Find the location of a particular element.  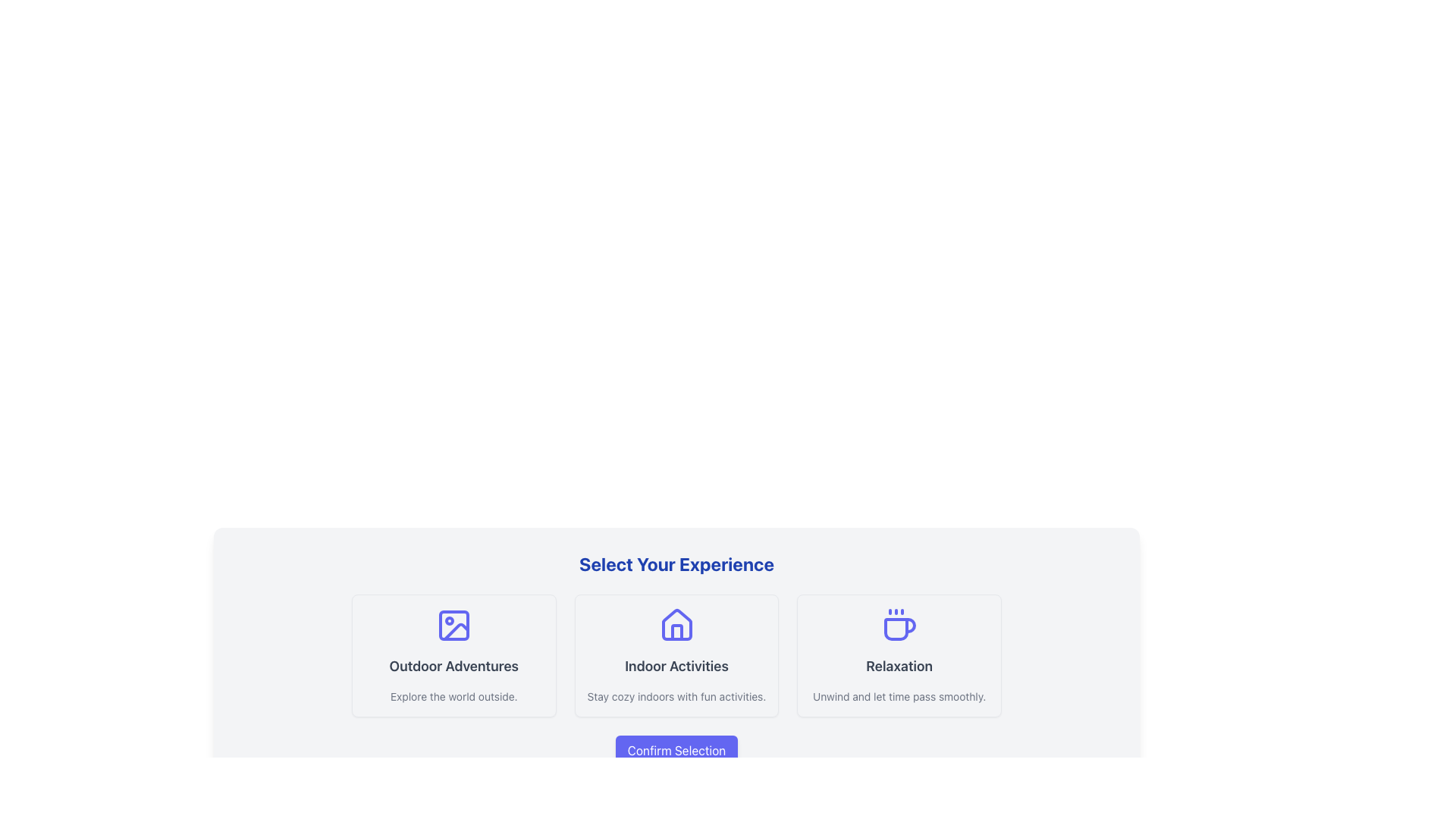

the static text element that reads 'Stay cozy indoors with fun activities.' located at the bottom of the 'Indoor Activities' card is located at coordinates (676, 696).